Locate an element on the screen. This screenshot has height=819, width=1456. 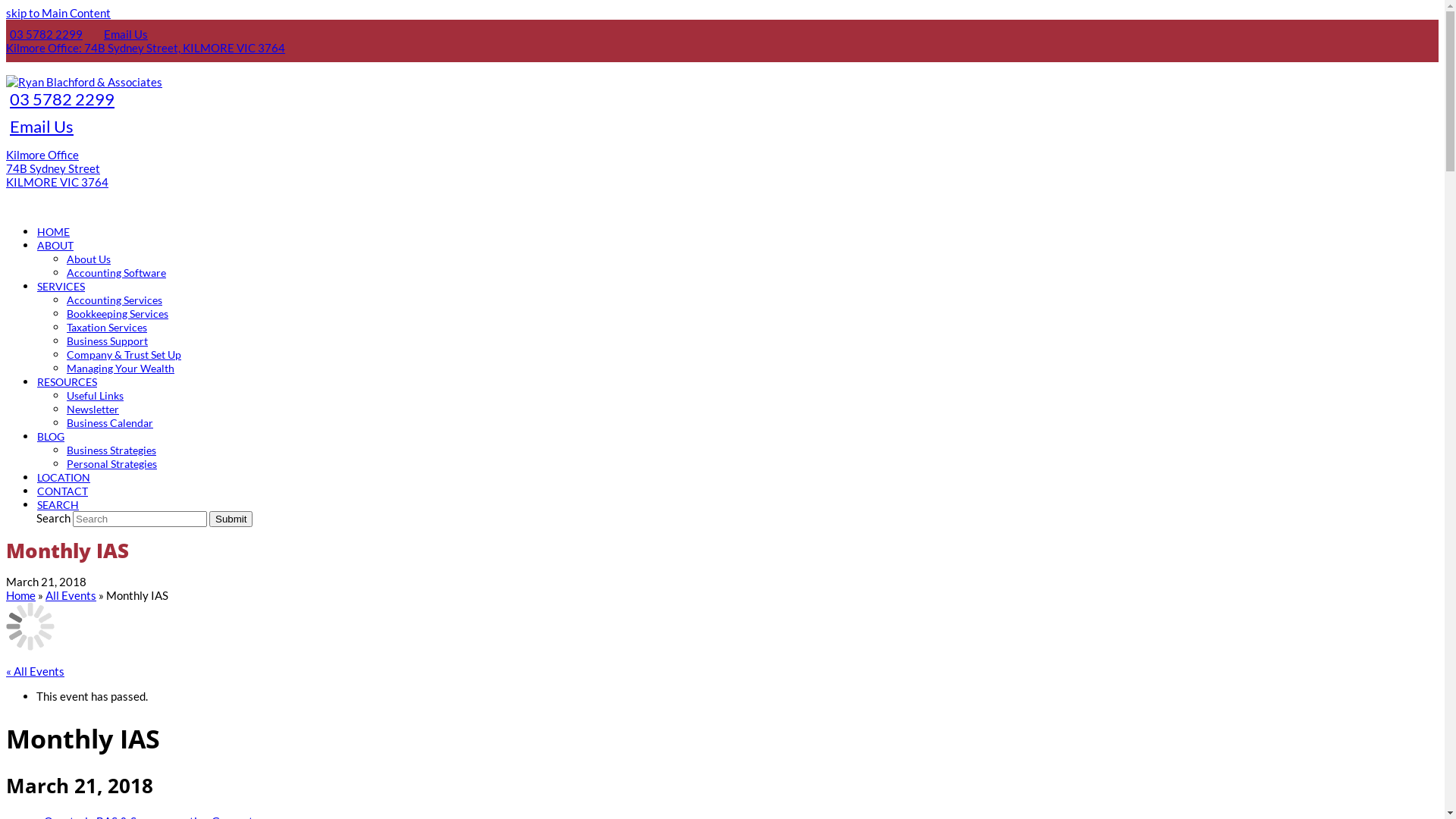
'Useful Links' is located at coordinates (94, 394).